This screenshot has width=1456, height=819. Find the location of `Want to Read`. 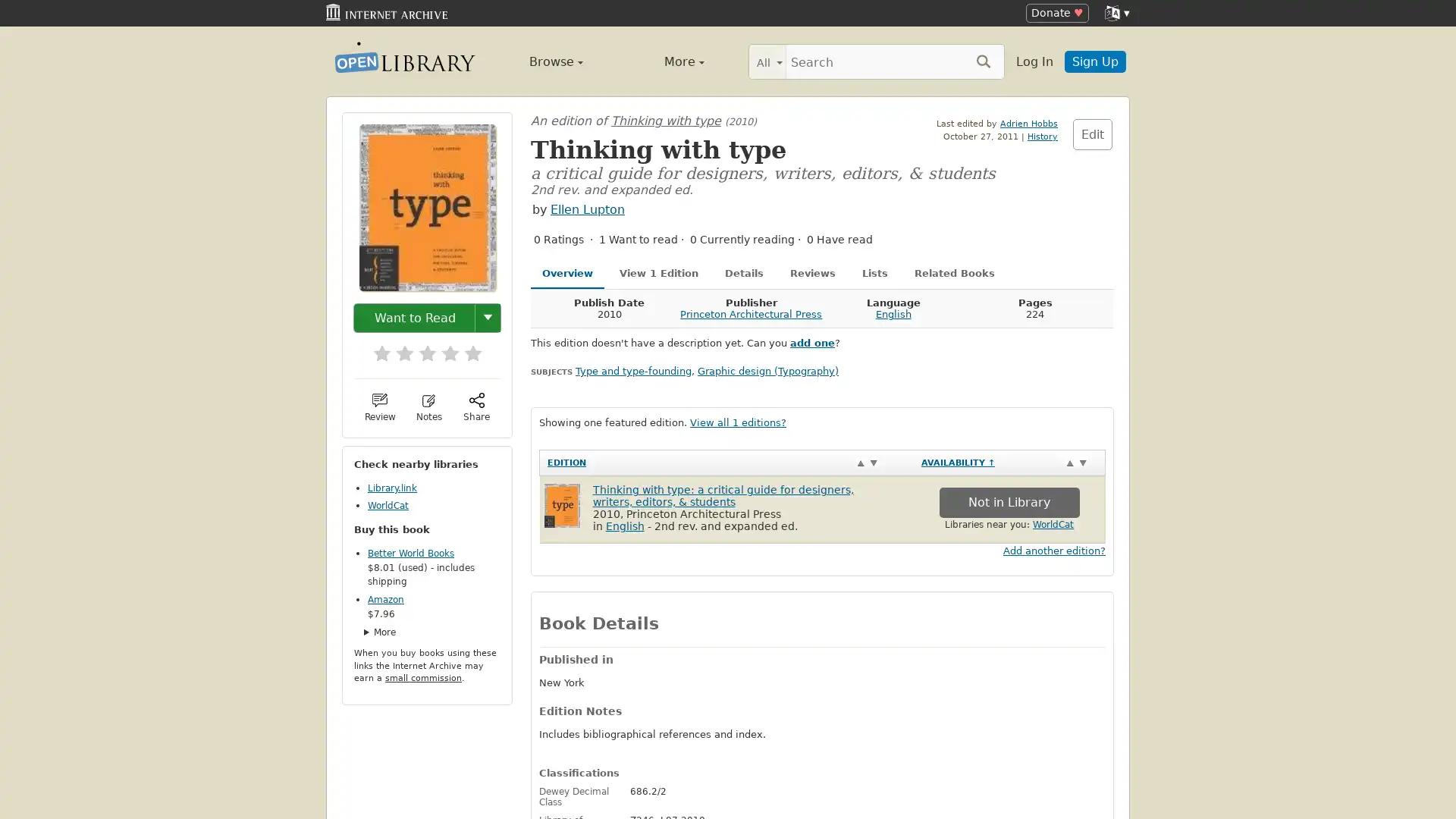

Want to Read is located at coordinates (415, 316).